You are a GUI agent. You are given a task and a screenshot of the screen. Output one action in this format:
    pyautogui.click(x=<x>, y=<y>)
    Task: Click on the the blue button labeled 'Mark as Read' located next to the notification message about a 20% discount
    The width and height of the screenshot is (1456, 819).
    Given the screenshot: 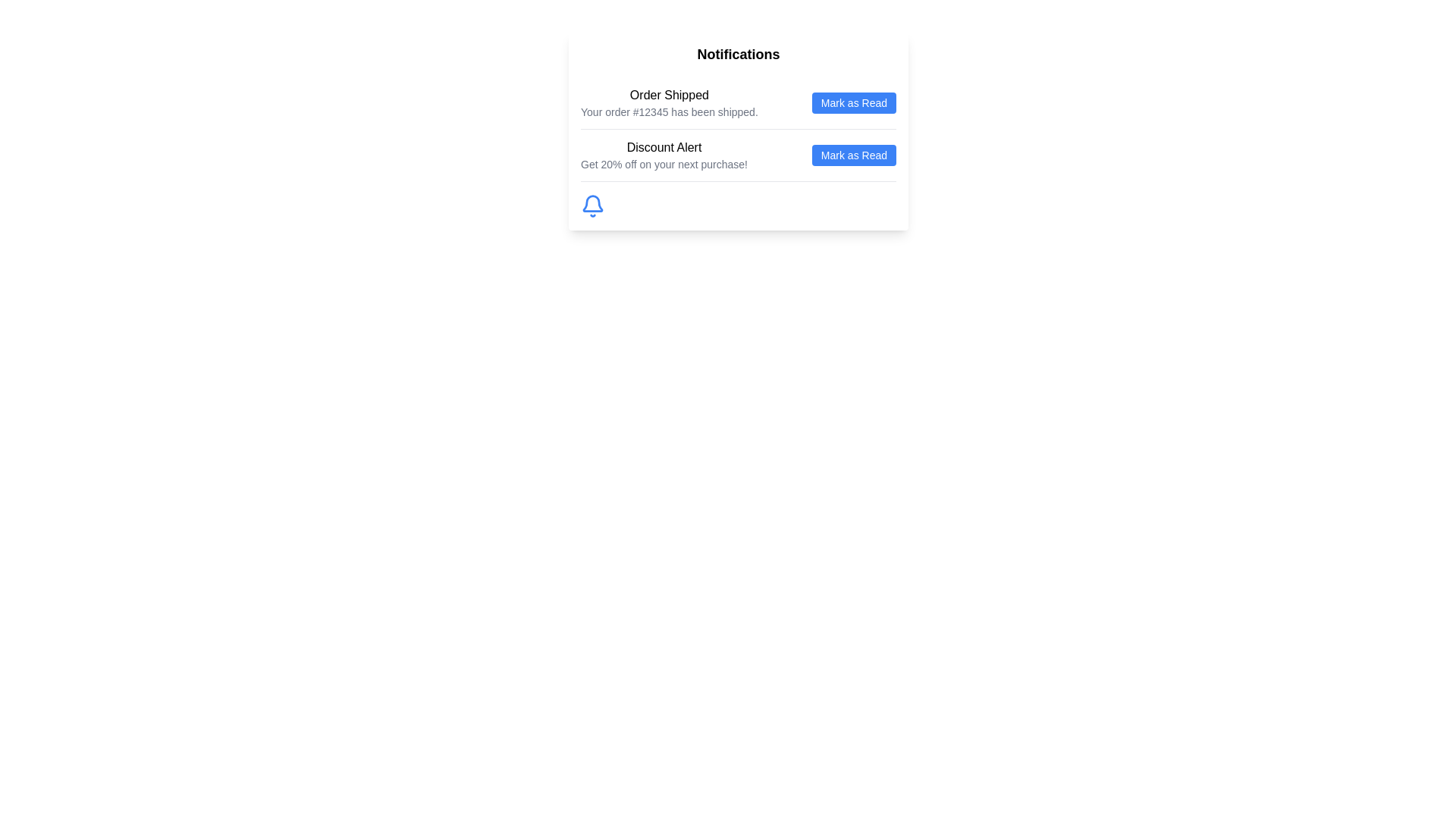 What is the action you would take?
    pyautogui.click(x=854, y=155)
    